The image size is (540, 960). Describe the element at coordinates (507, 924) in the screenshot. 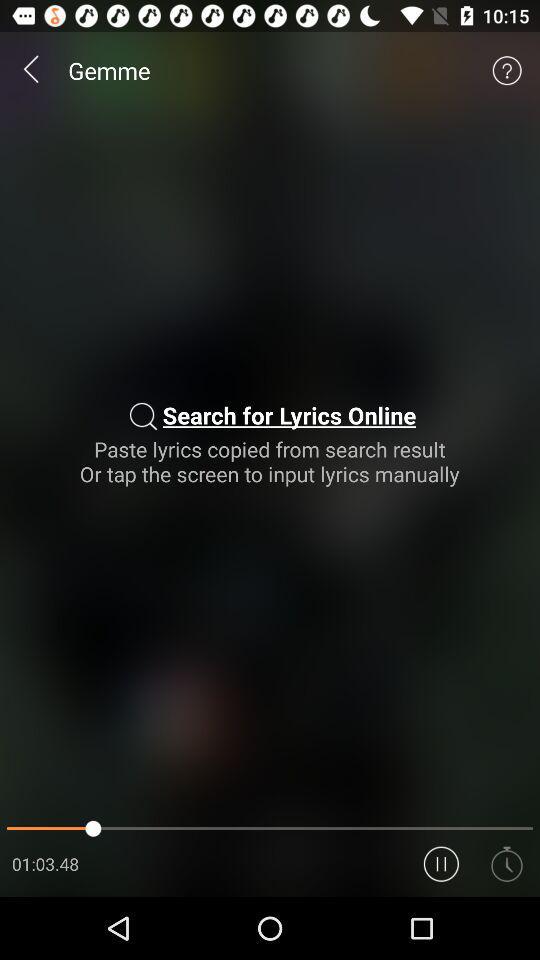

I see `the explore icon` at that location.